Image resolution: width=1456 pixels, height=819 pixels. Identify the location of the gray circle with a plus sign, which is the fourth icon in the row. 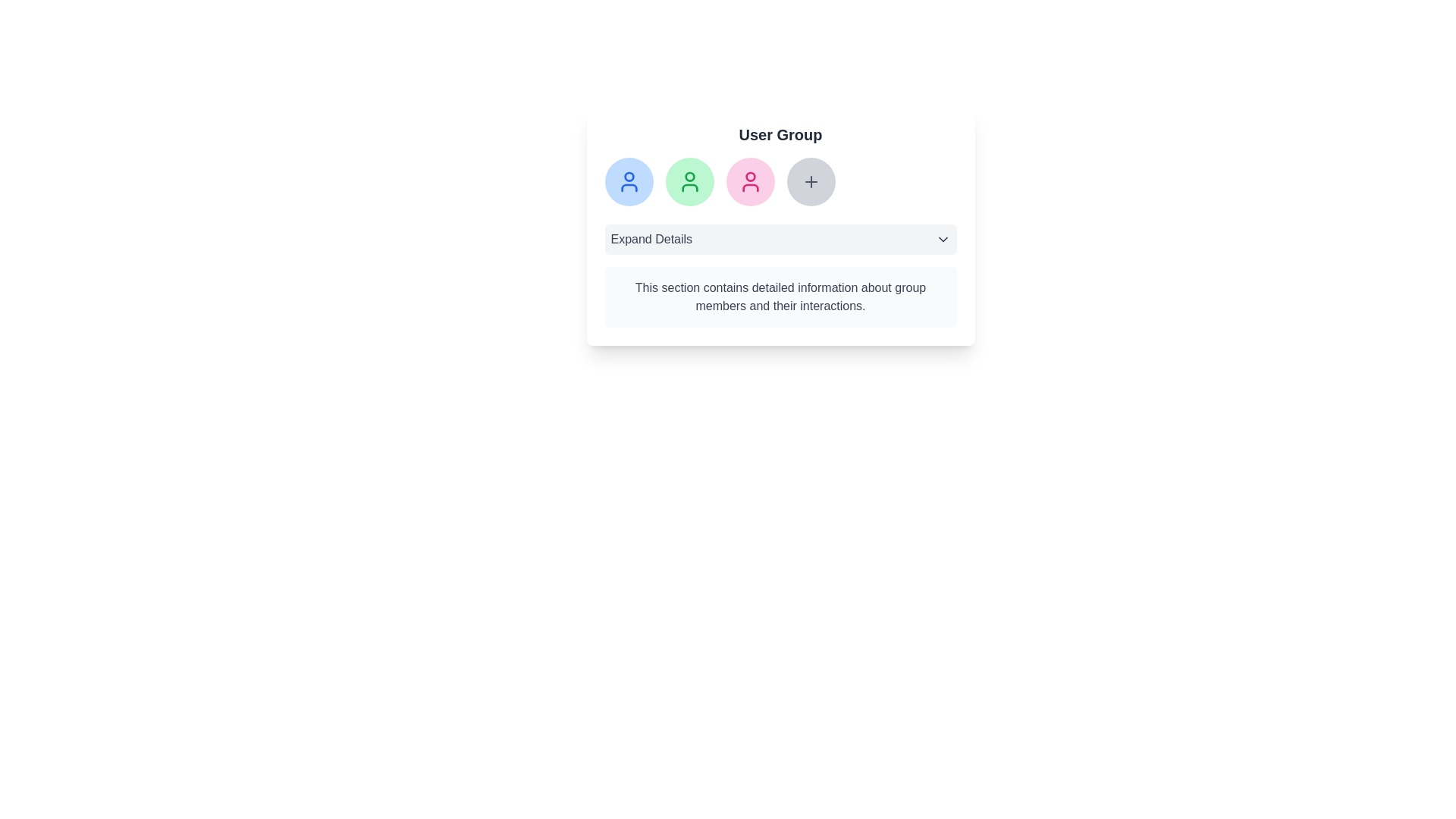
(780, 180).